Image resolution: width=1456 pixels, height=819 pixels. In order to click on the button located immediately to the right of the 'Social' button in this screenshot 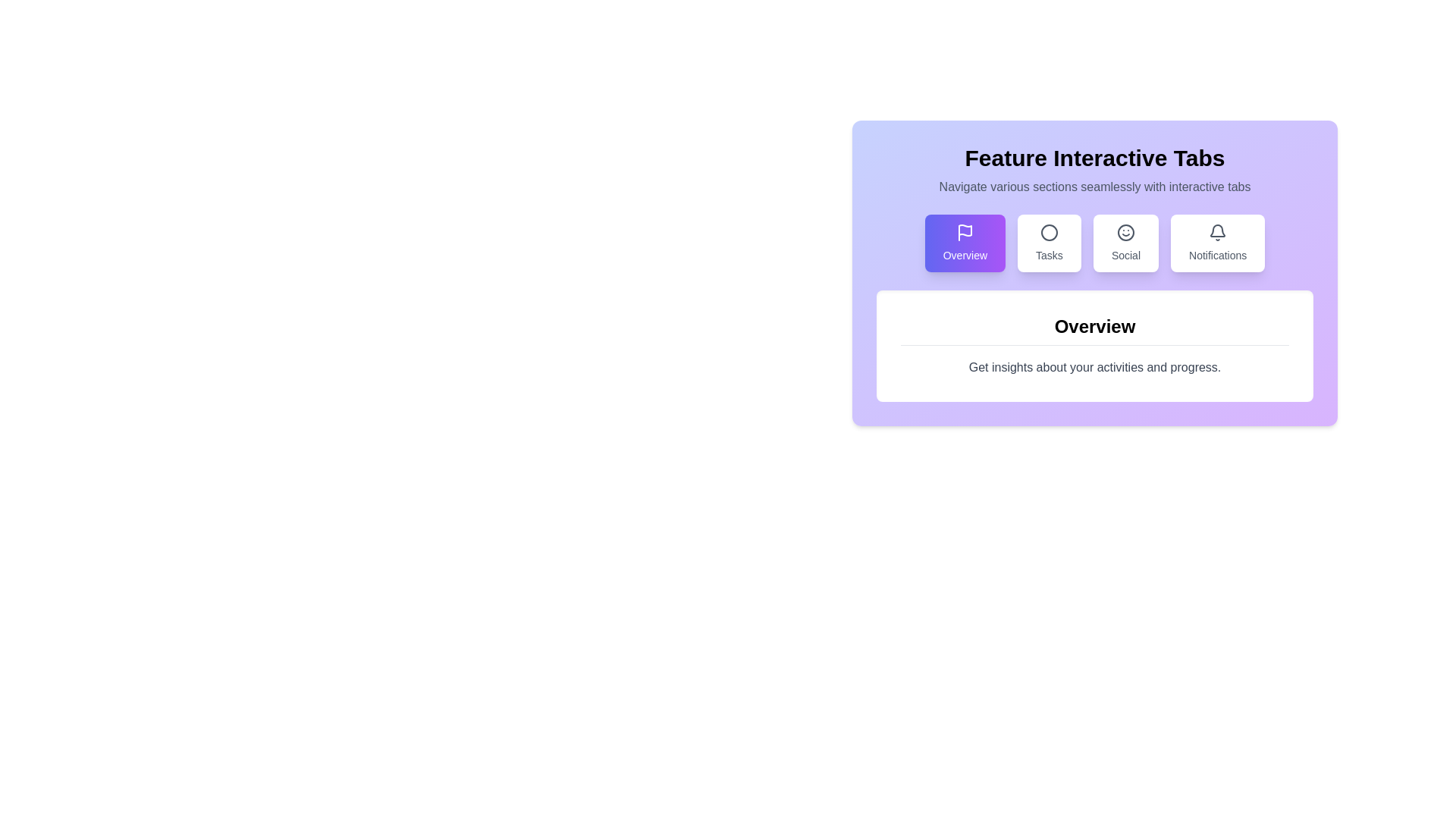, I will do `click(1218, 242)`.